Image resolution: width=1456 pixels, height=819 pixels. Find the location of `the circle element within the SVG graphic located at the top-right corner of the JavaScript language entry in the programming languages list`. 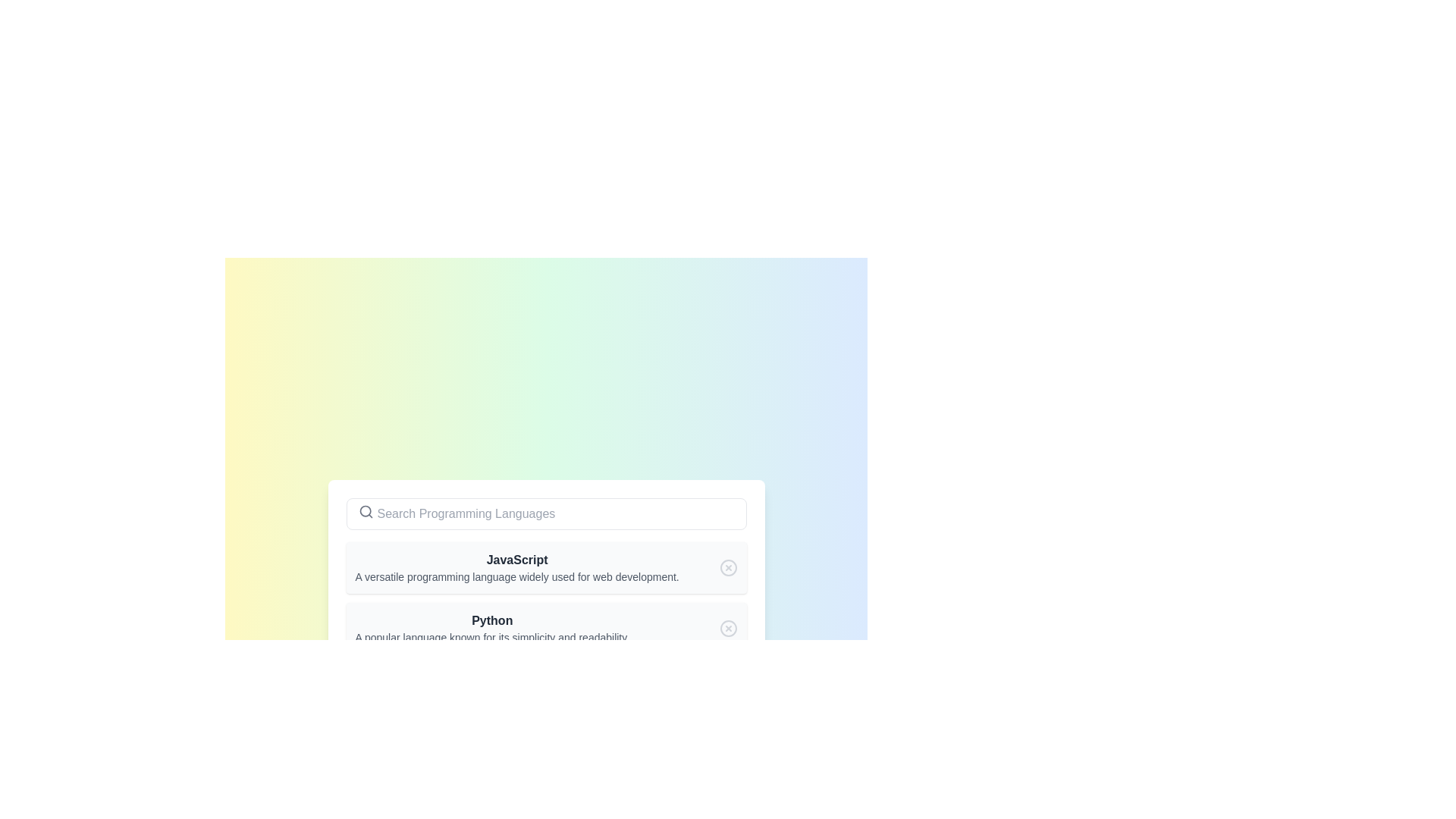

the circle element within the SVG graphic located at the top-right corner of the JavaScript language entry in the programming languages list is located at coordinates (728, 567).